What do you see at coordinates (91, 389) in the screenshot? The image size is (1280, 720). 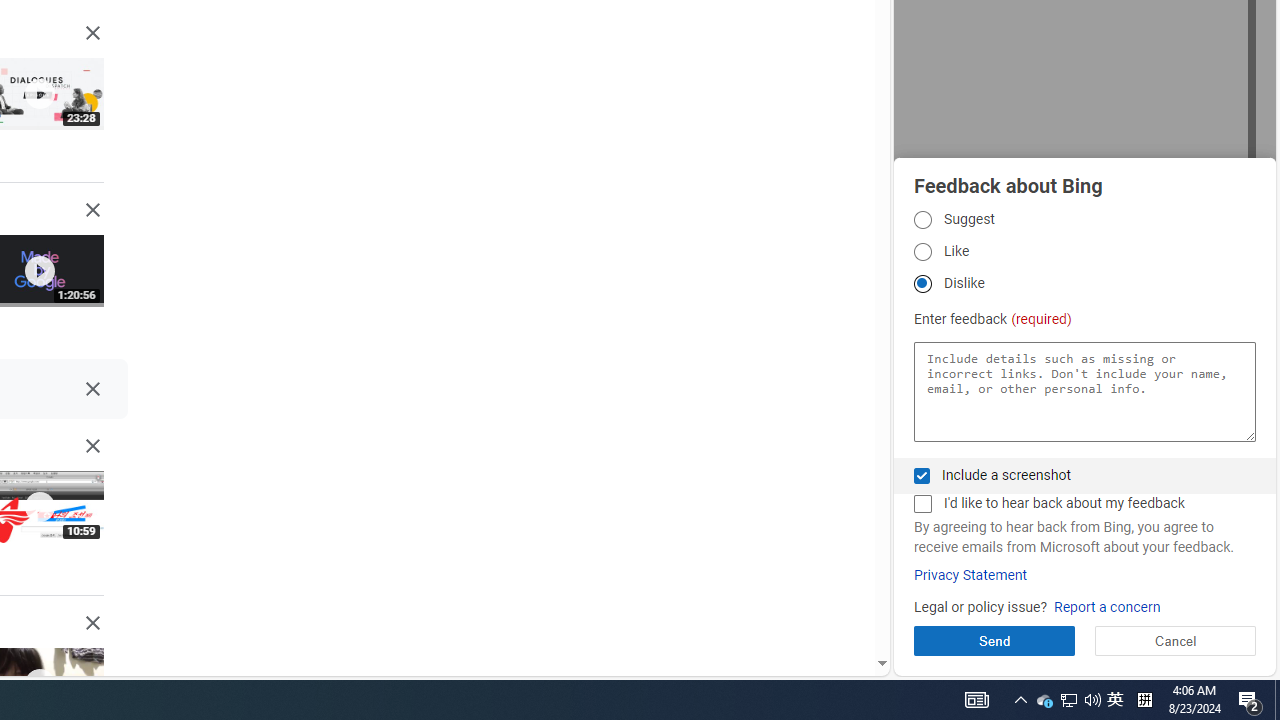 I see `'Class: DI7Mnf NMm5M'` at bounding box center [91, 389].